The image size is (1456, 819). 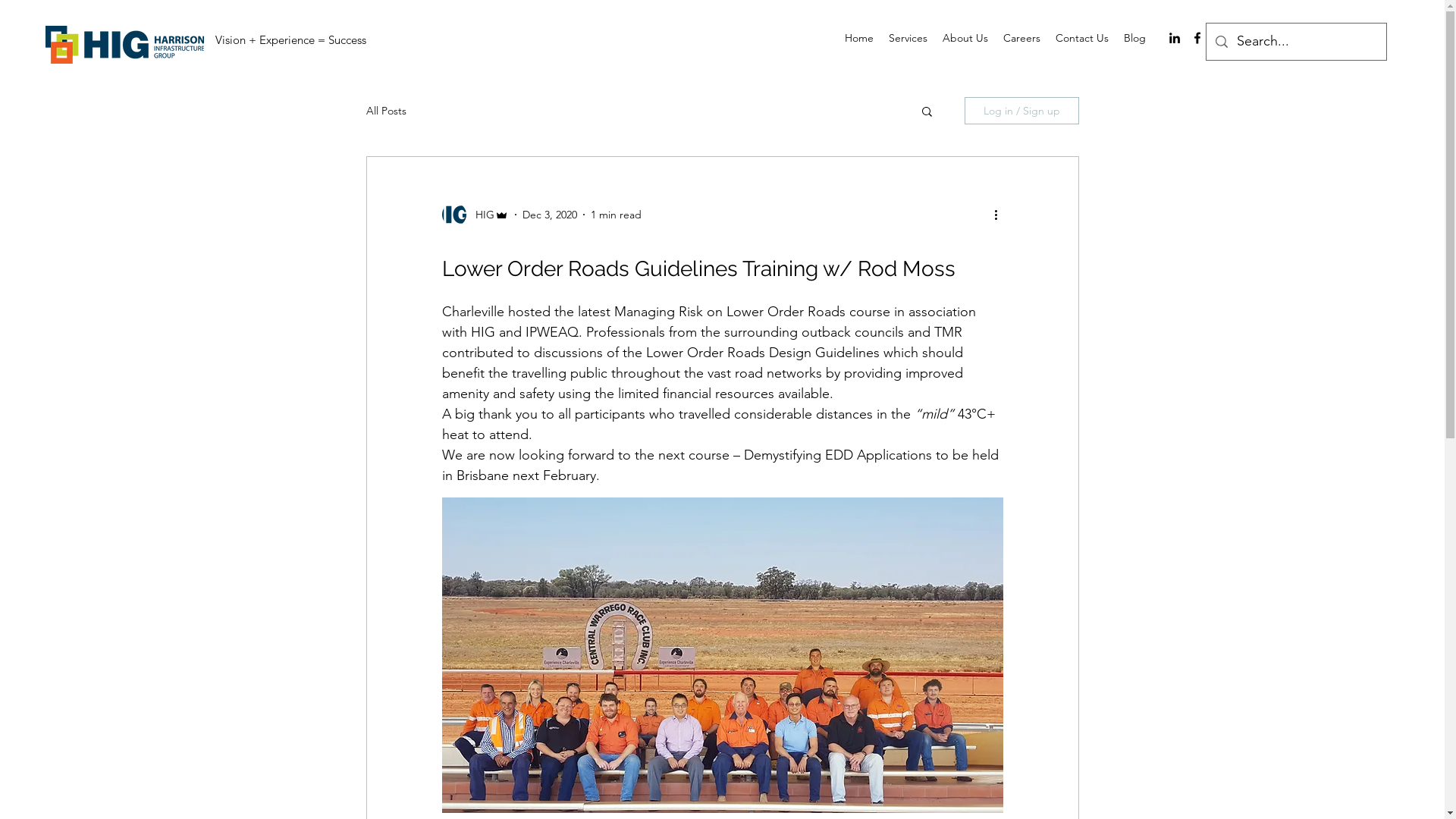 What do you see at coordinates (858, 37) in the screenshot?
I see `'Home'` at bounding box center [858, 37].